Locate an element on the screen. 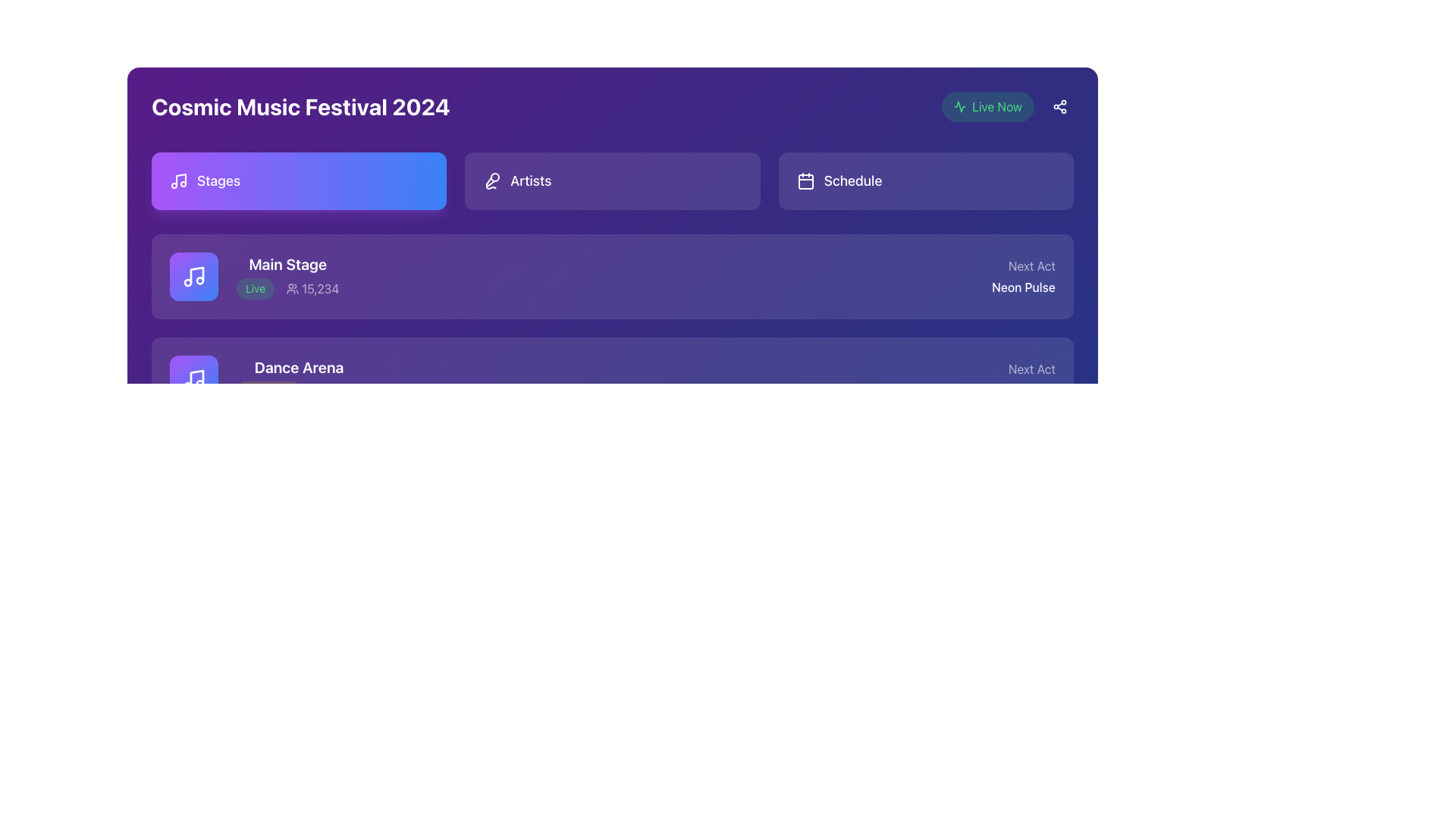 The image size is (1456, 819). the musical note icon with a white outline against a purple background located inside the 'Stages' button, positioned to the left of the button's text label is located at coordinates (178, 180).